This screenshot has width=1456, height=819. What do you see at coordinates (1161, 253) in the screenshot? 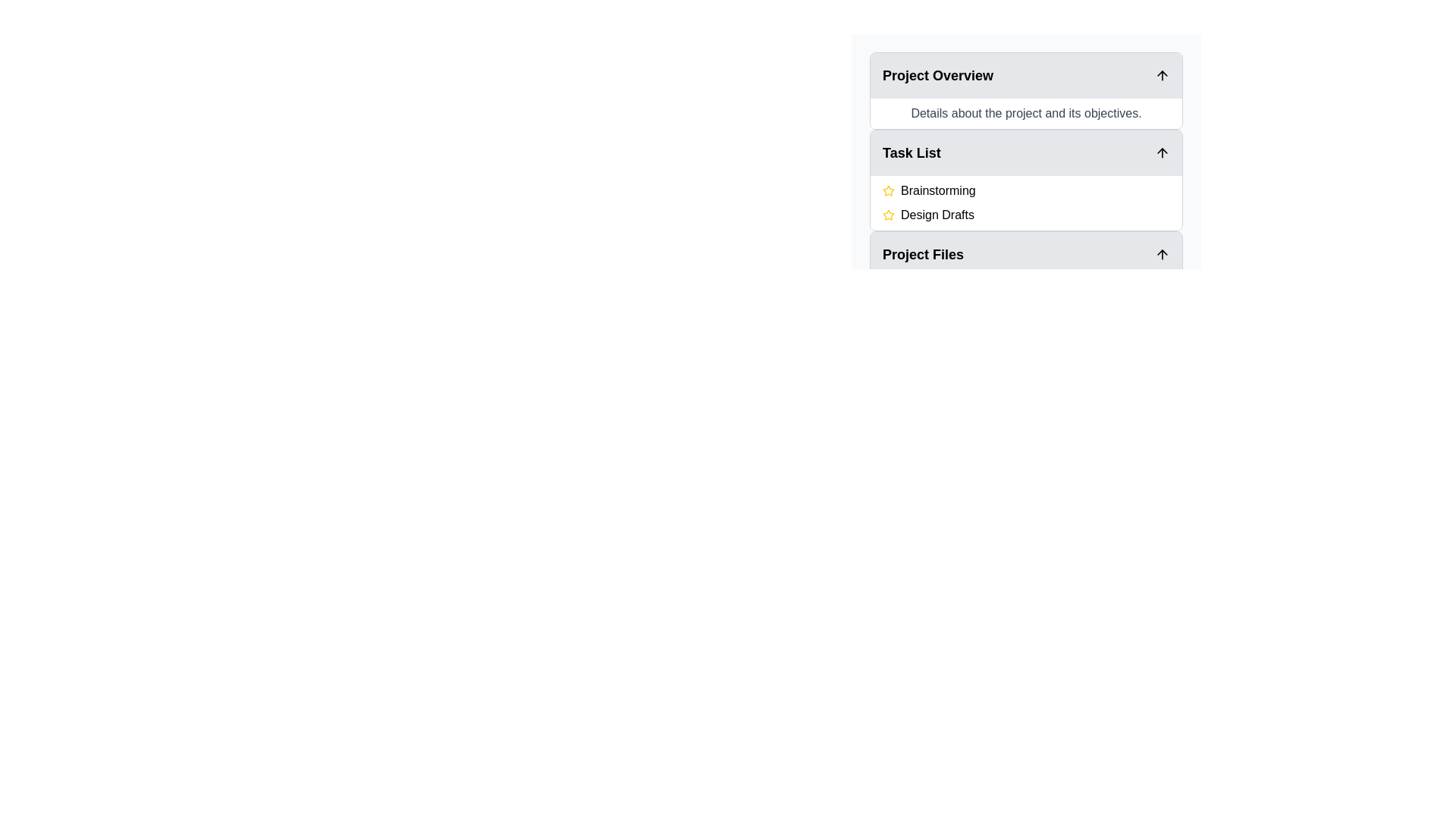
I see `the upward-pointing arrow icon (Toggle) located at the far-right end of the 'Project Files' section header bar` at bounding box center [1161, 253].